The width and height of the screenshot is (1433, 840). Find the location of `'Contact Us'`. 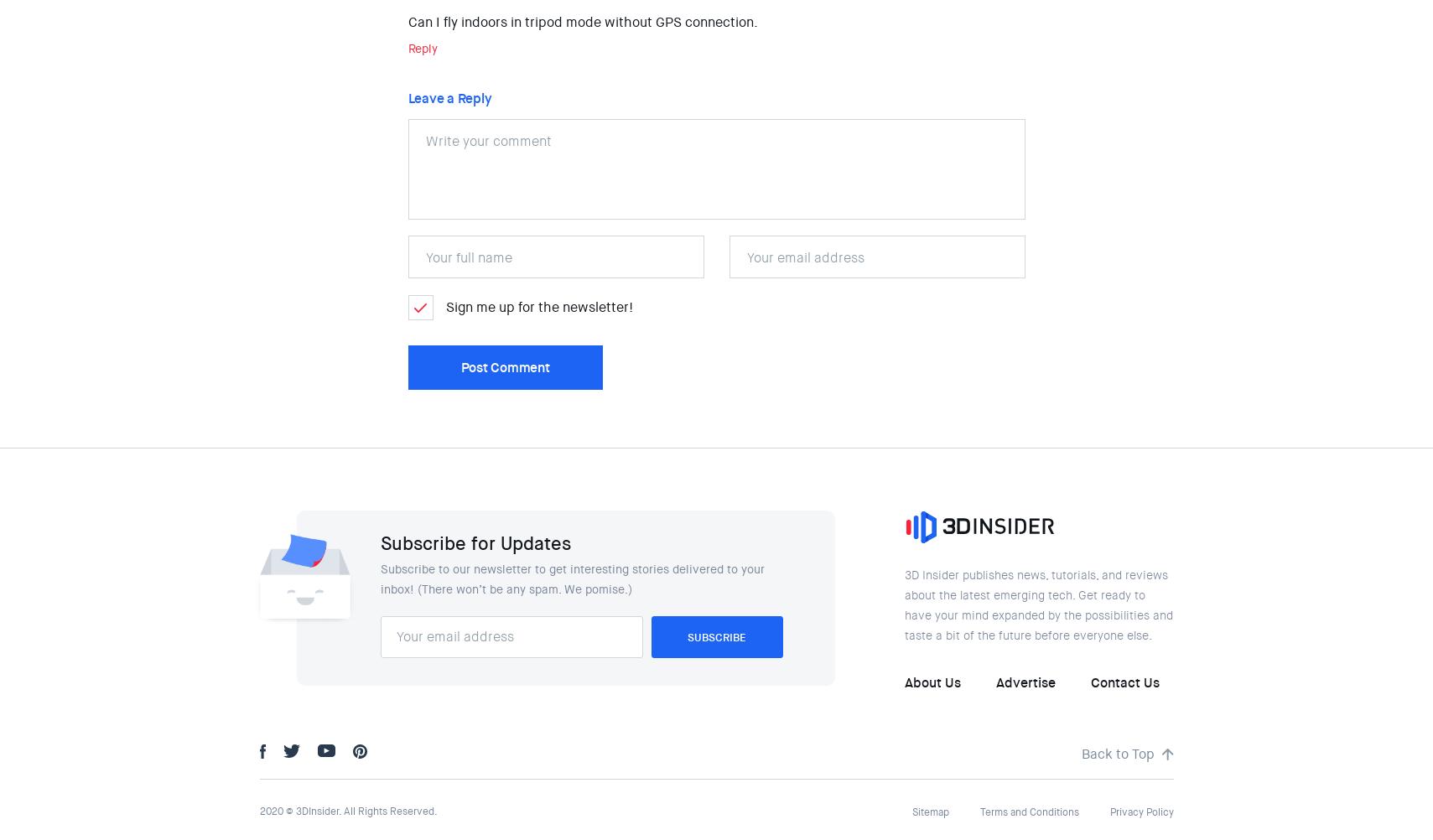

'Contact Us' is located at coordinates (1124, 682).